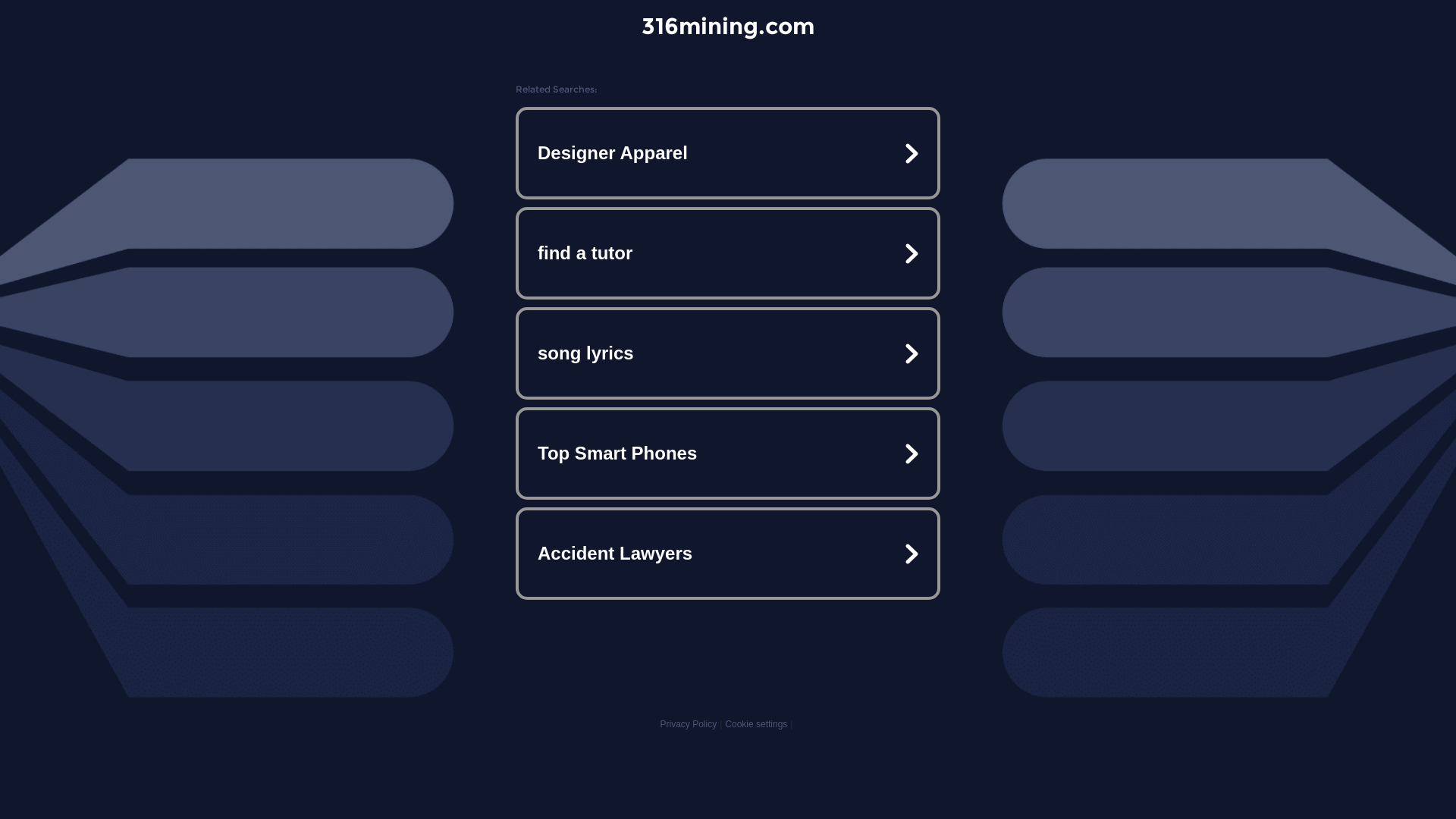 Image resolution: width=1456 pixels, height=819 pixels. What do you see at coordinates (728, 353) in the screenshot?
I see `'song lyrics'` at bounding box center [728, 353].